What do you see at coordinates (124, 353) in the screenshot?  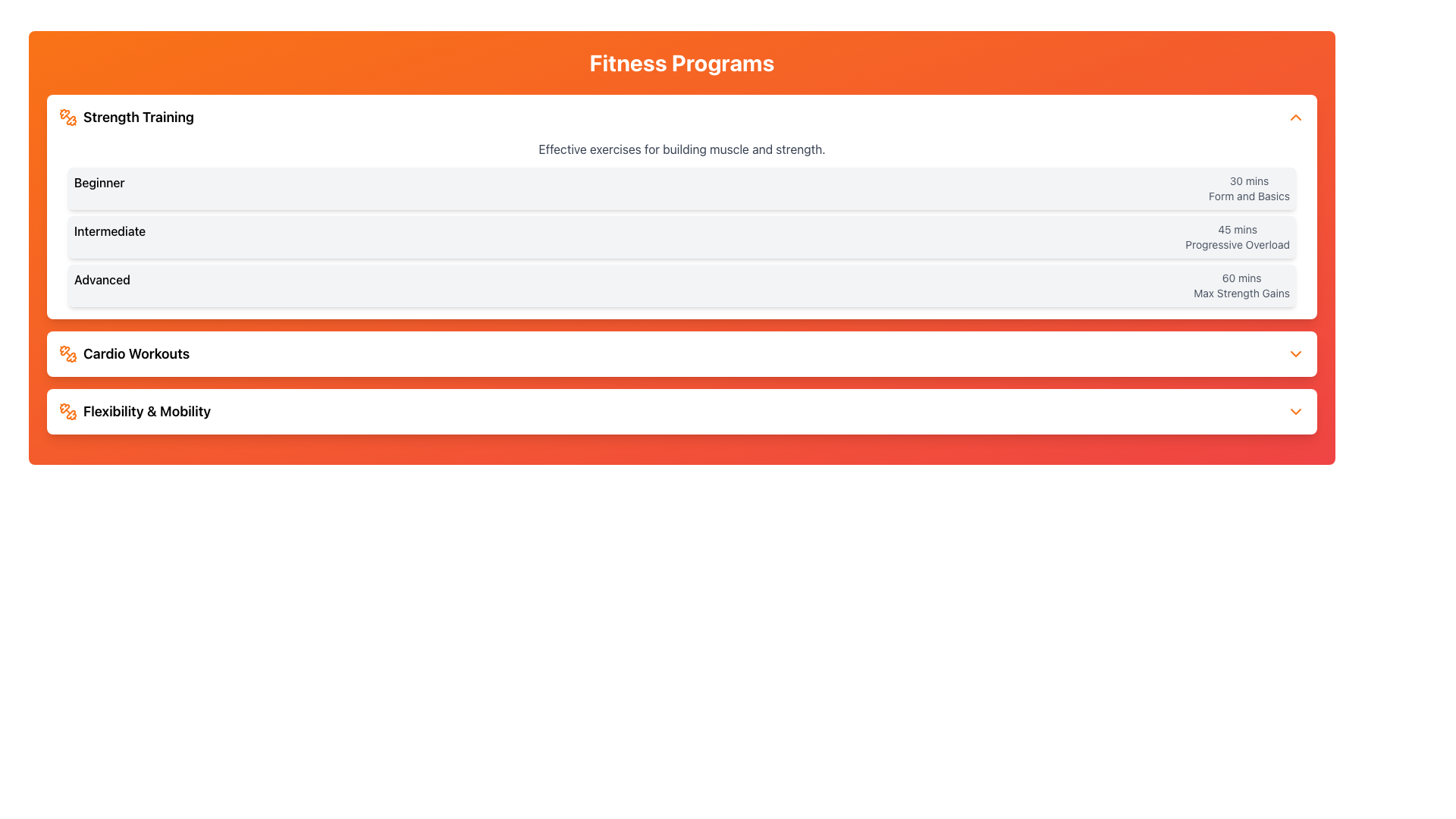 I see `the 'Cardio Workouts' text label with an orange dumbbell icon for navigation` at bounding box center [124, 353].